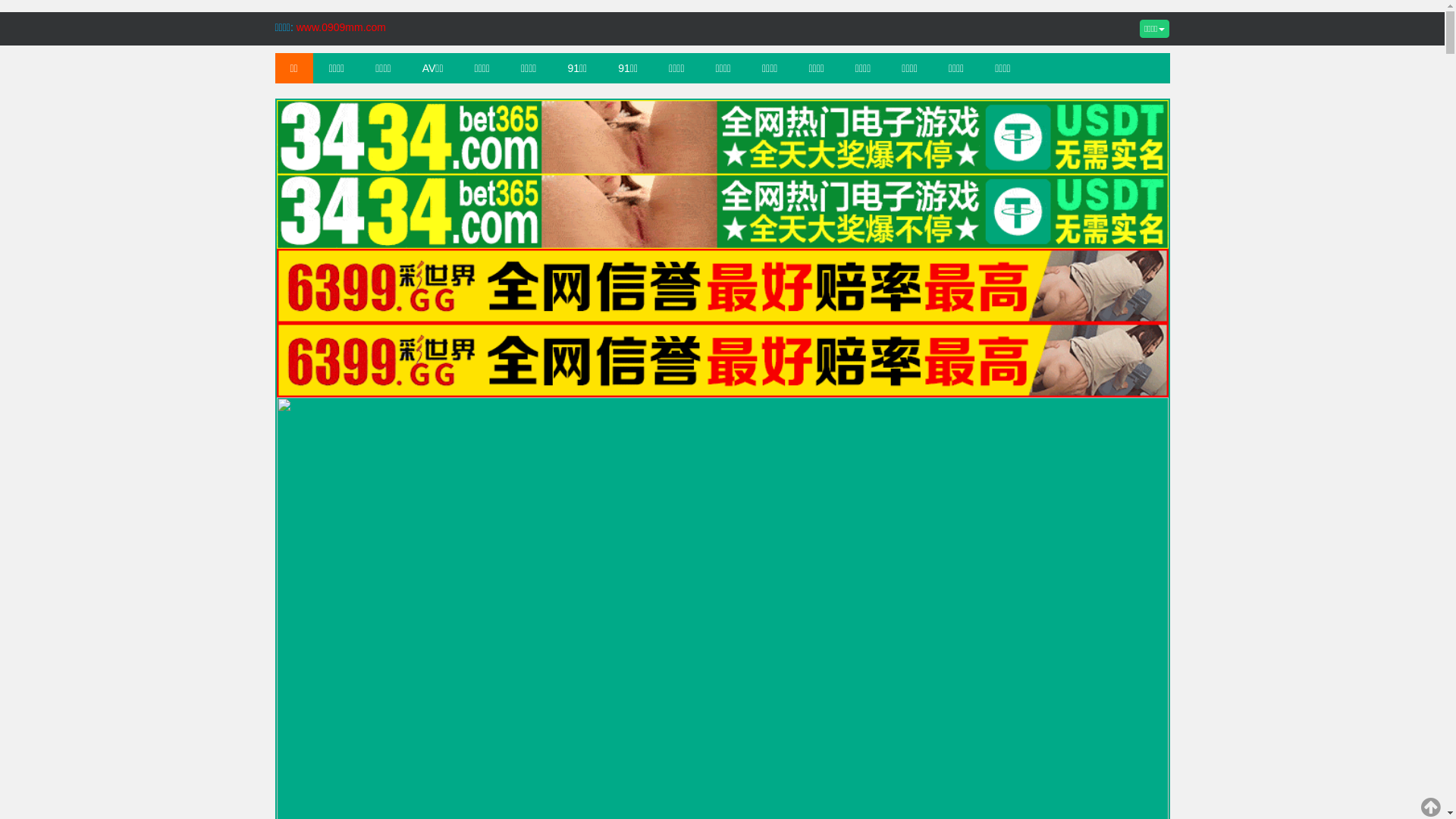 This screenshot has height=819, width=1456. I want to click on 'www.0909mm.com', so click(340, 27).